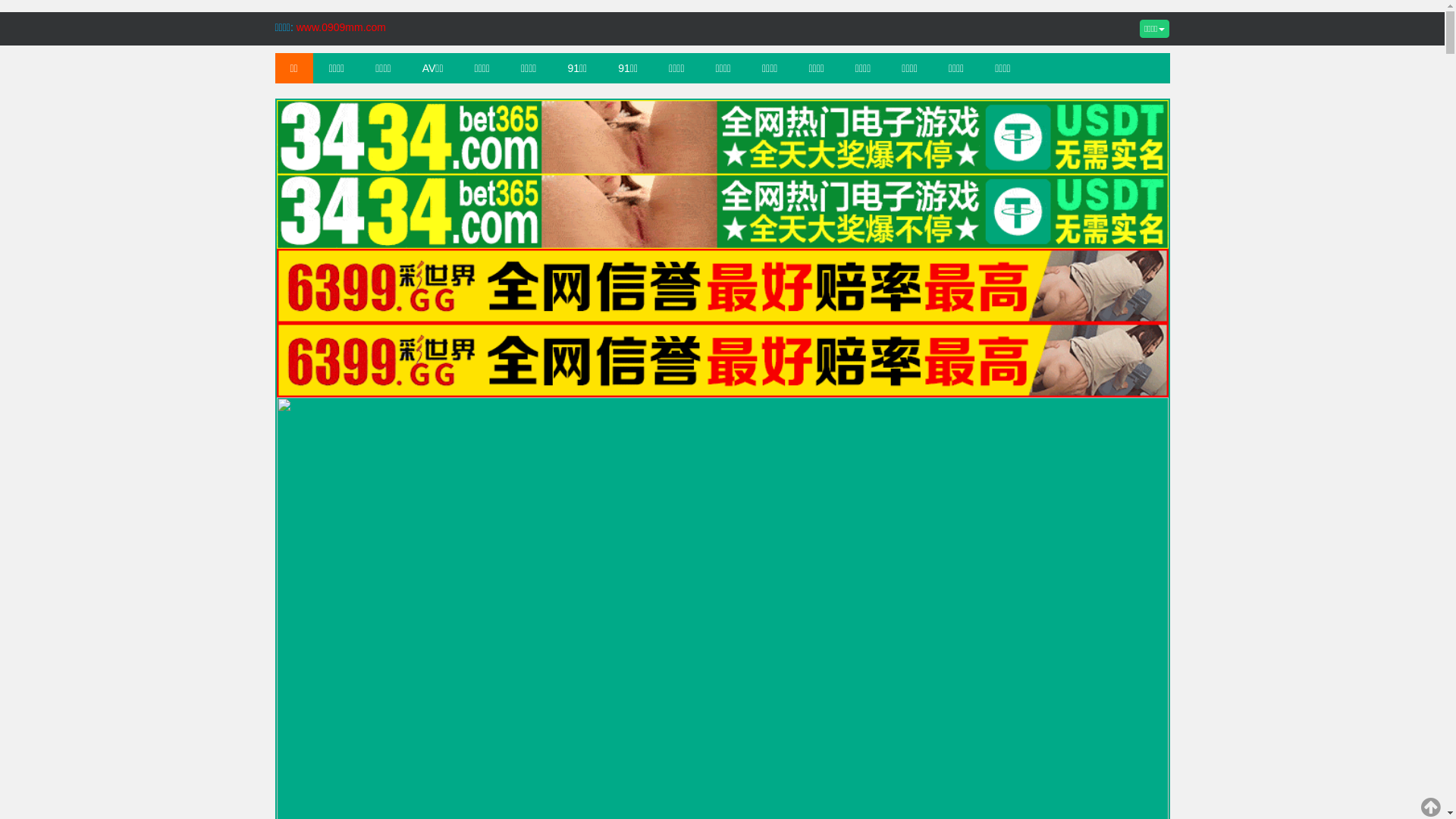 This screenshot has height=819, width=1456. I want to click on 'www.0909mm.com', so click(340, 27).